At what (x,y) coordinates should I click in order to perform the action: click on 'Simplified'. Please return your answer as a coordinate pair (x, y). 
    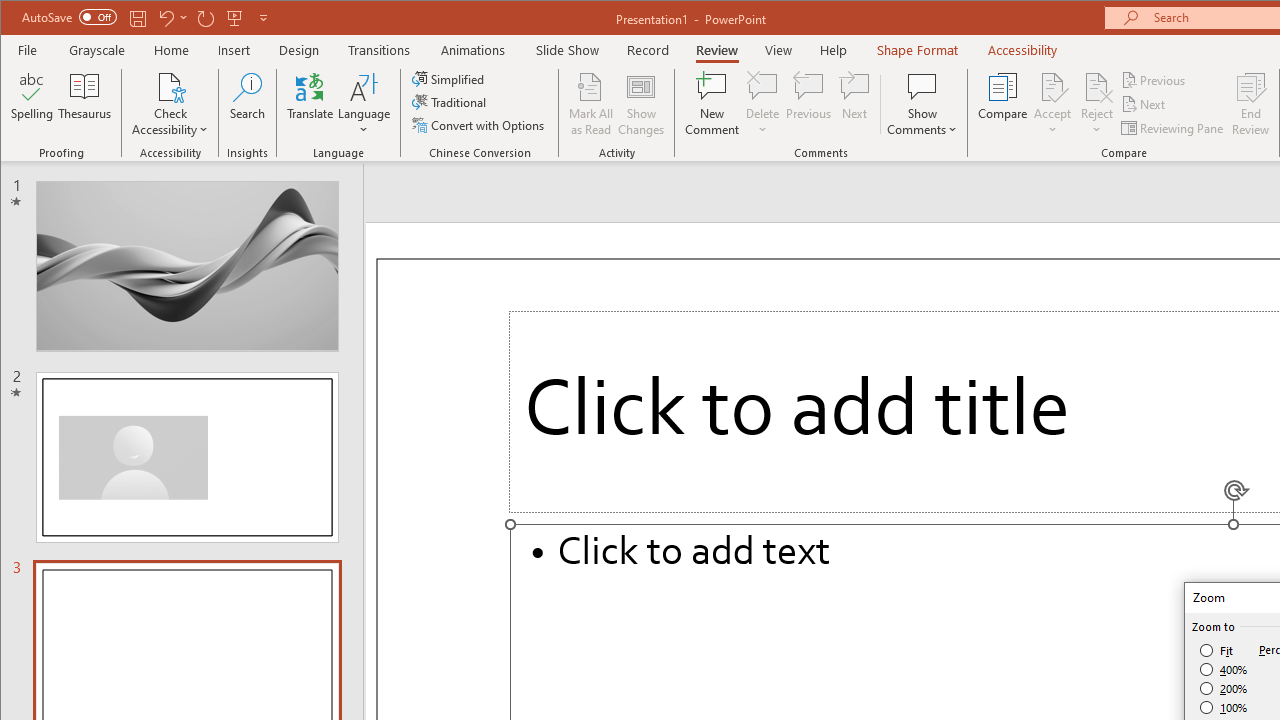
    Looking at the image, I should click on (449, 78).